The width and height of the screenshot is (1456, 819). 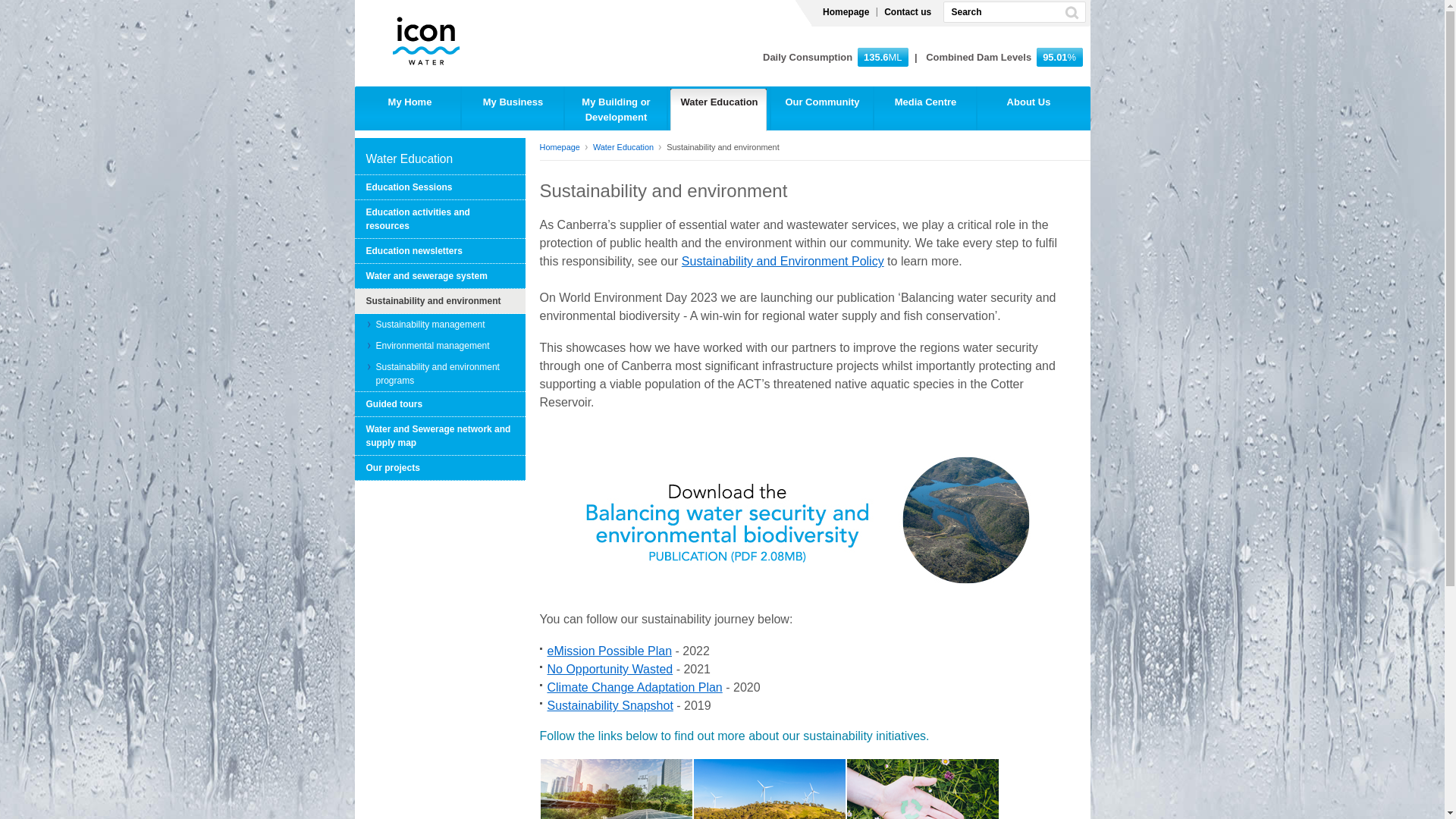 I want to click on 'Sustainability management', so click(x=439, y=324).